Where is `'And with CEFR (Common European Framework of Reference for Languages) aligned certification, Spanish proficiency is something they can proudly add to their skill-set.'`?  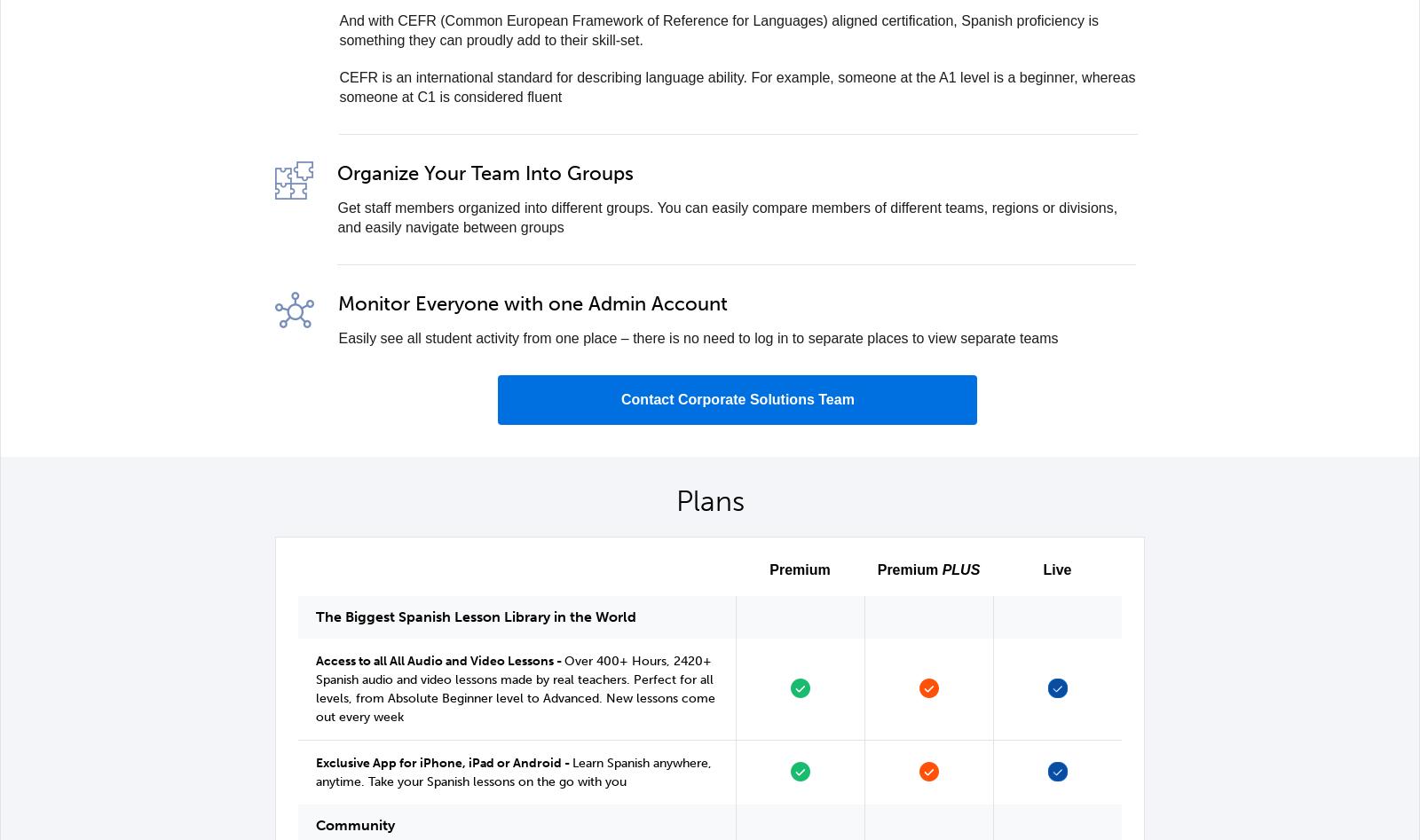
'And with CEFR (Common European Framework of Reference for Languages) aligned certification, Spanish proficiency is something they can proudly add to their skill-set.' is located at coordinates (717, 30).